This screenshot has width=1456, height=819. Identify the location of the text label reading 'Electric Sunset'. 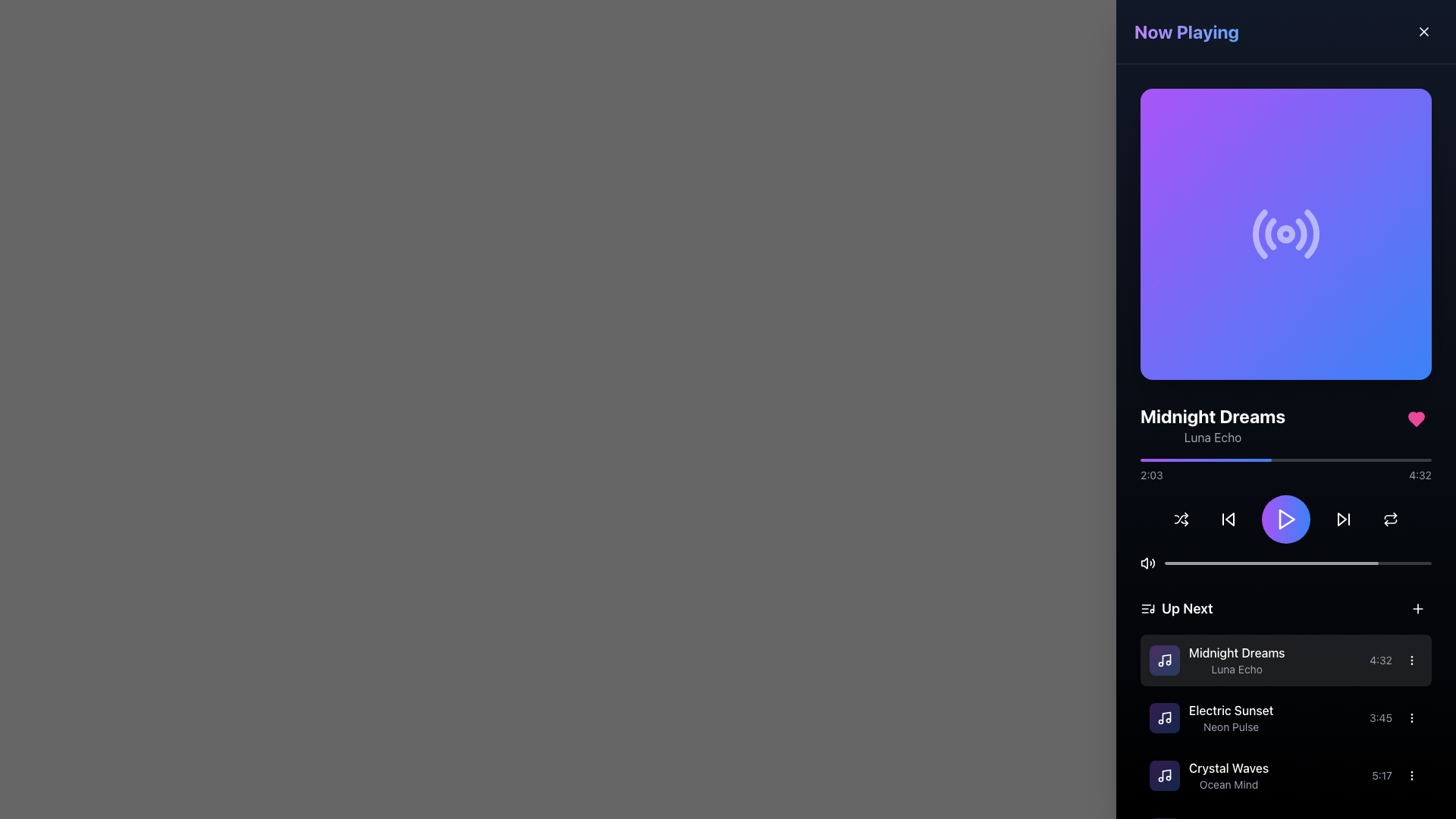
(1231, 711).